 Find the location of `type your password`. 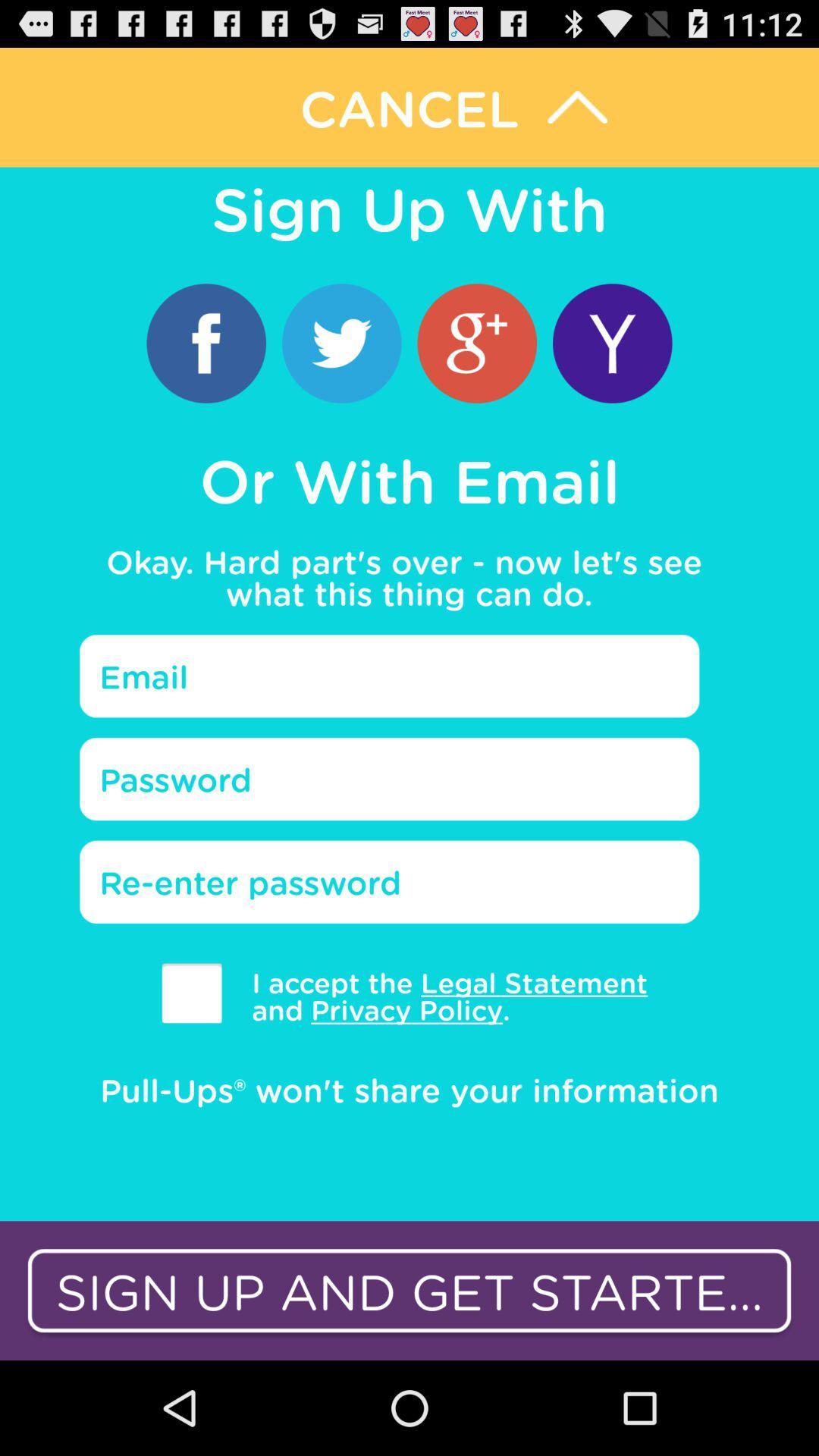

type your password is located at coordinates (388, 779).